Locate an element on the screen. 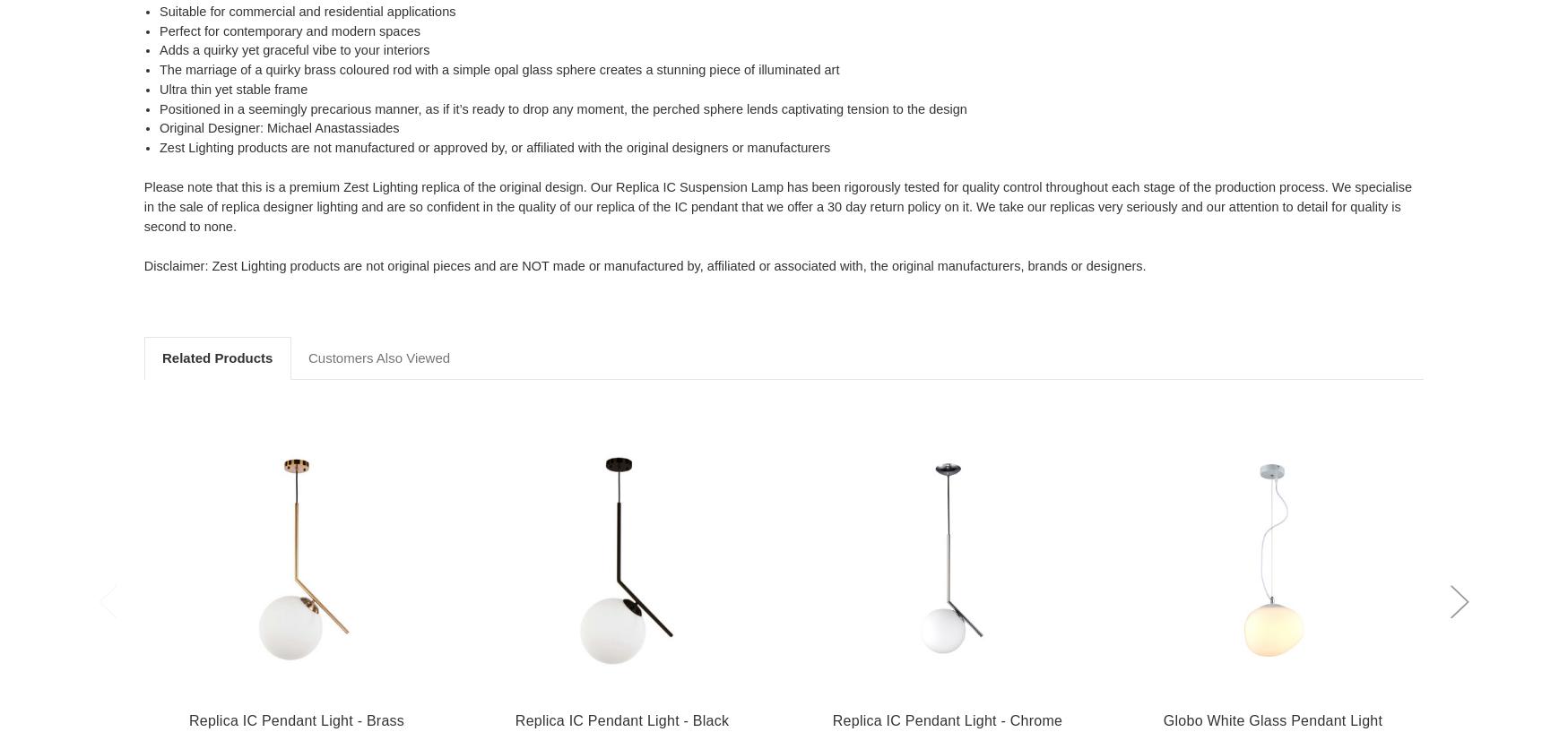 Image resolution: width=1568 pixels, height=732 pixels. 'Please note that this is a premium Zest Lighting replica of the original design. Our Replica IC Suspension Lamp has been rigorously tested for quality control throughout each stage of the production process. We specialise in the sale of replica designer lighting and are so confident in the quality of our replica of the IC pendant that we offer a 30 day return policy on it. We take our replicas very seriously and our attention to detail for quality is second to none.' is located at coordinates (776, 205).